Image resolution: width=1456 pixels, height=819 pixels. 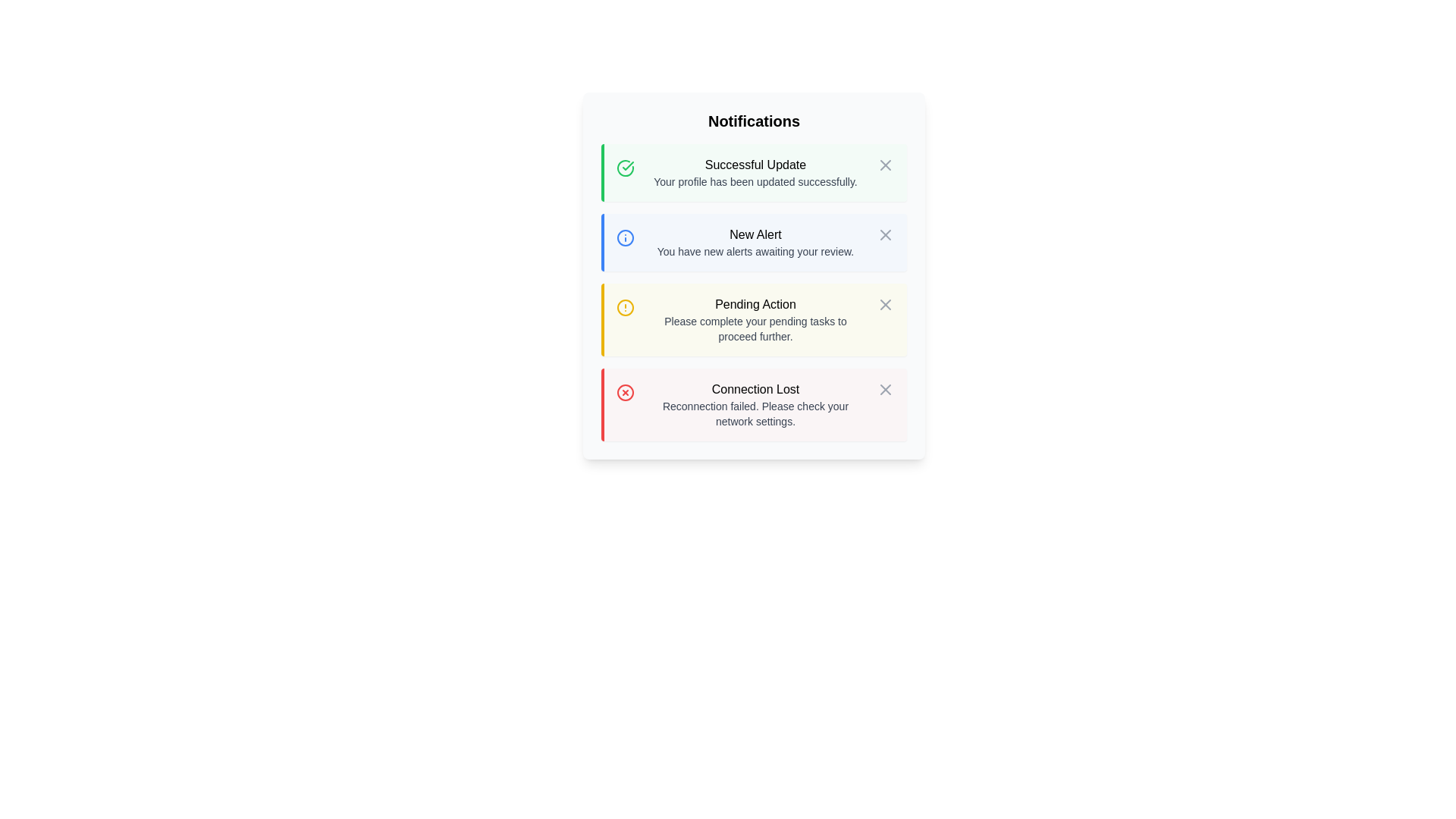 I want to click on the circular element with an orange border, which is part of the alert symbol for 'Pending Action' notification, centrally positioned in the round icon, so click(x=626, y=307).